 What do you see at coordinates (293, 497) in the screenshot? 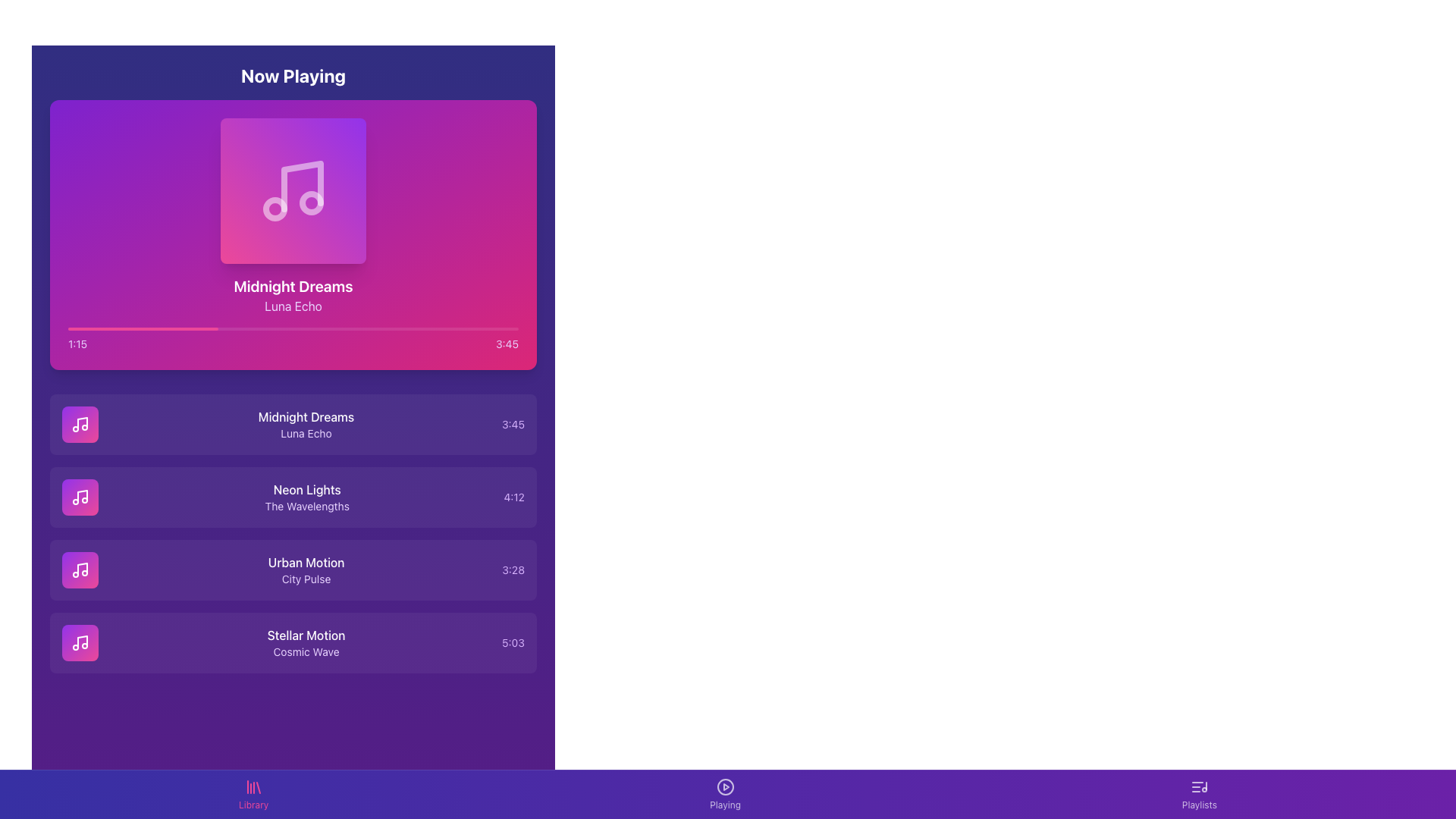
I see `the playlist item for 'Neon Lights' by 'The Wavelengths'` at bounding box center [293, 497].